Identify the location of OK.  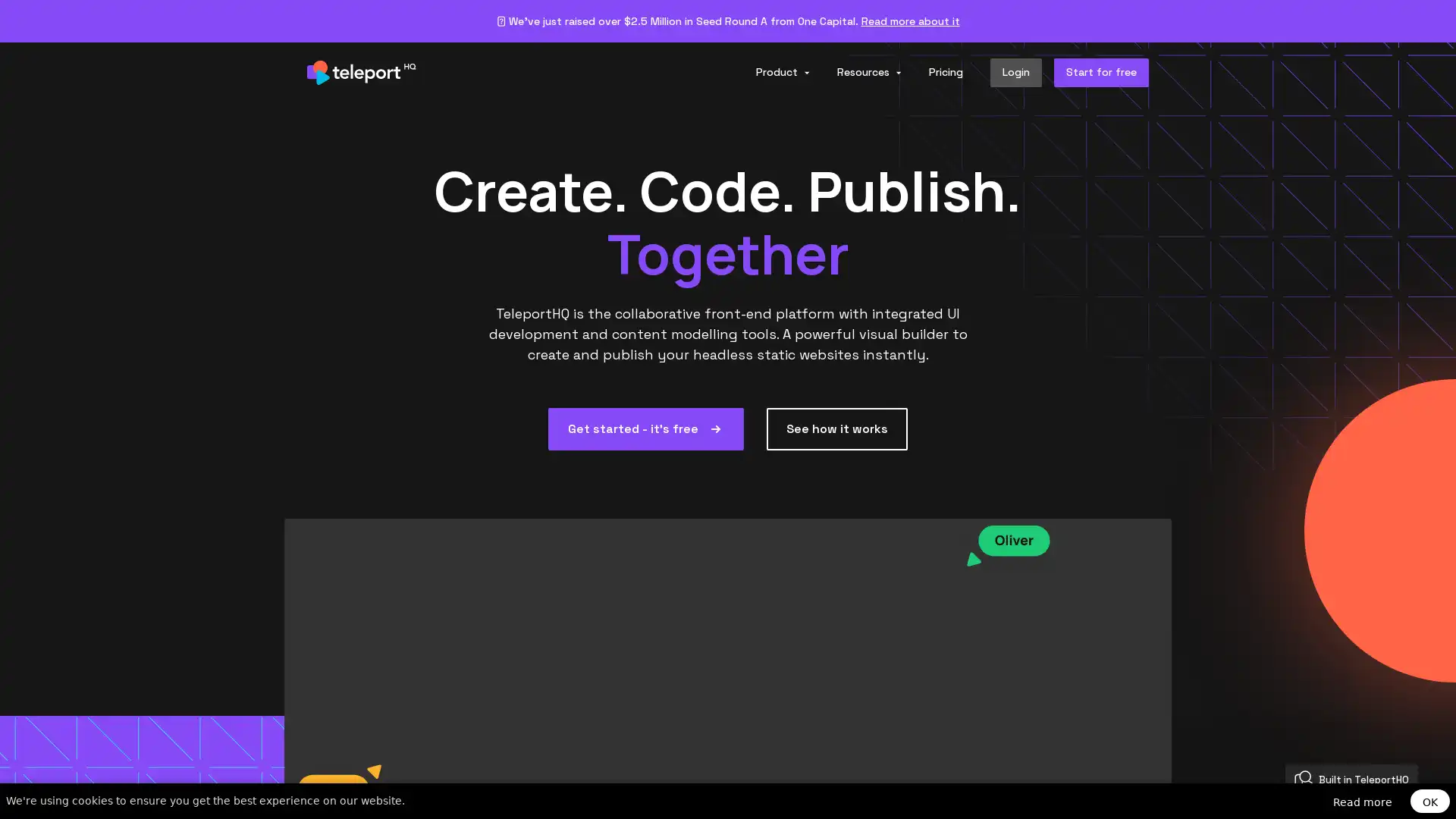
(1429, 800).